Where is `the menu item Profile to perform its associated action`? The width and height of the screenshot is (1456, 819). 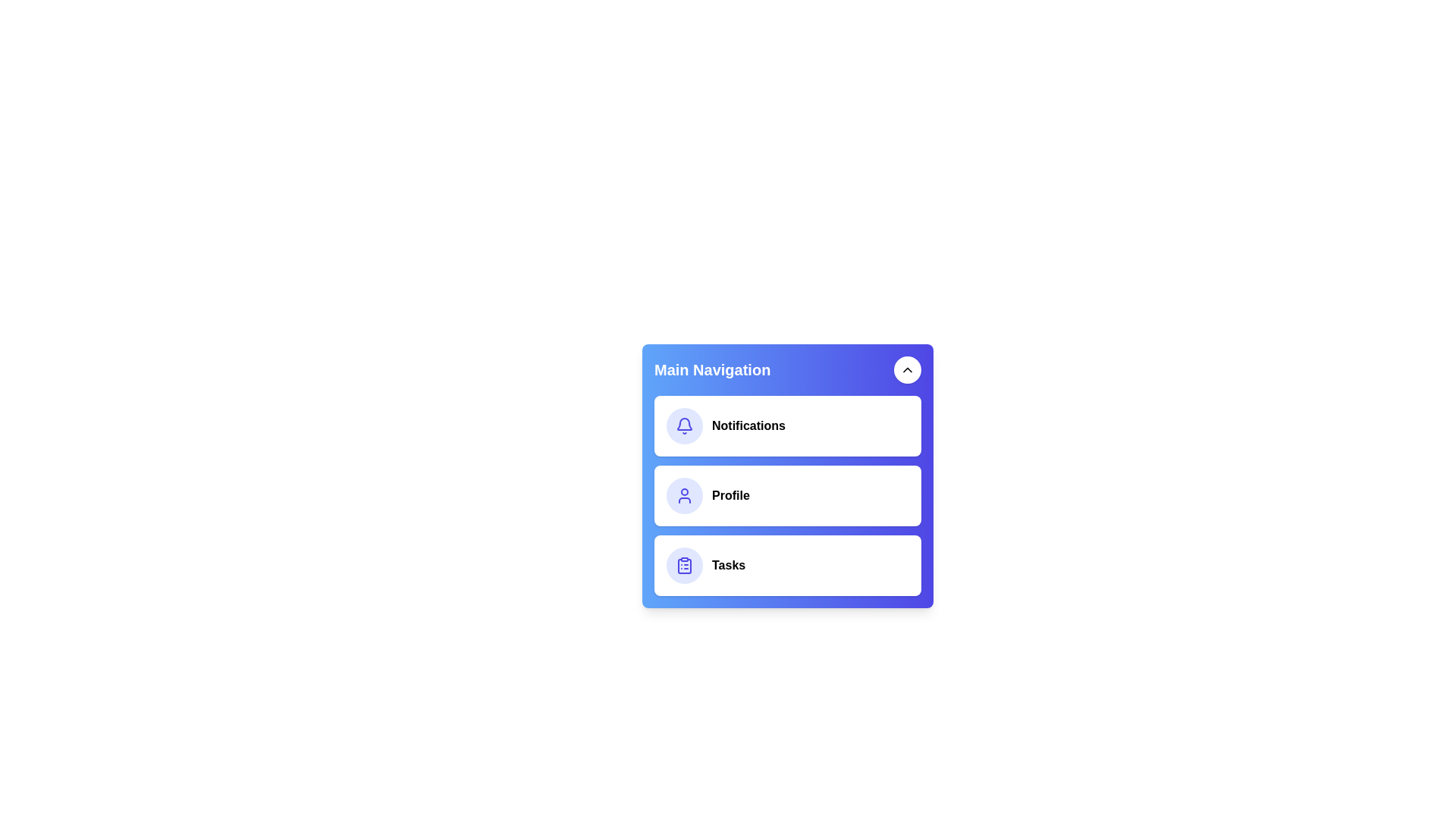
the menu item Profile to perform its associated action is located at coordinates (787, 496).